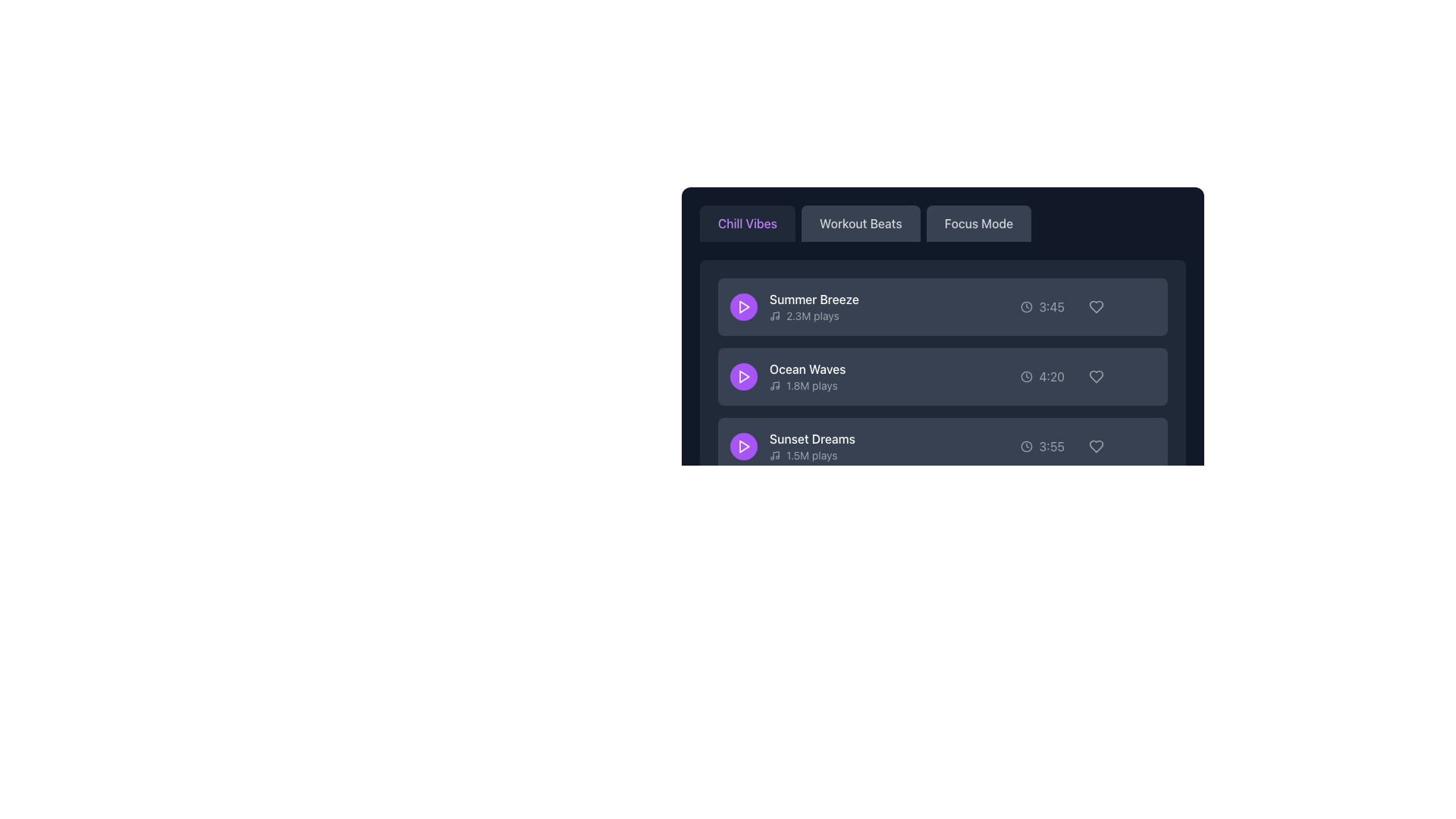 This screenshot has width=1456, height=819. Describe the element at coordinates (743, 307) in the screenshot. I see `the play button located to the left of the text displaying the song title 'Summer Breeze' to initiate media playback` at that location.